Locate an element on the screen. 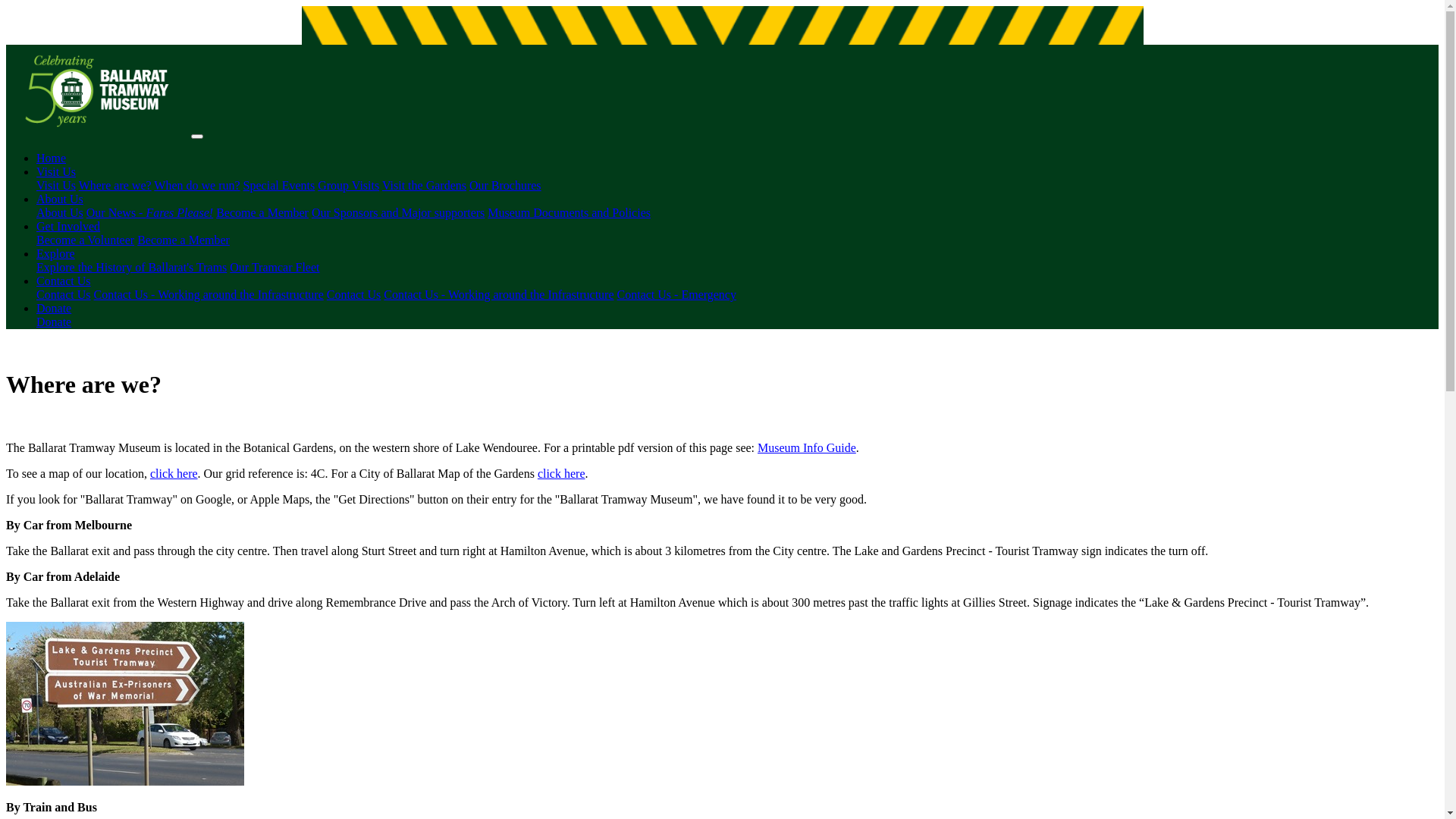 This screenshot has height=819, width=1456. 'Contact Us' is located at coordinates (353, 294).